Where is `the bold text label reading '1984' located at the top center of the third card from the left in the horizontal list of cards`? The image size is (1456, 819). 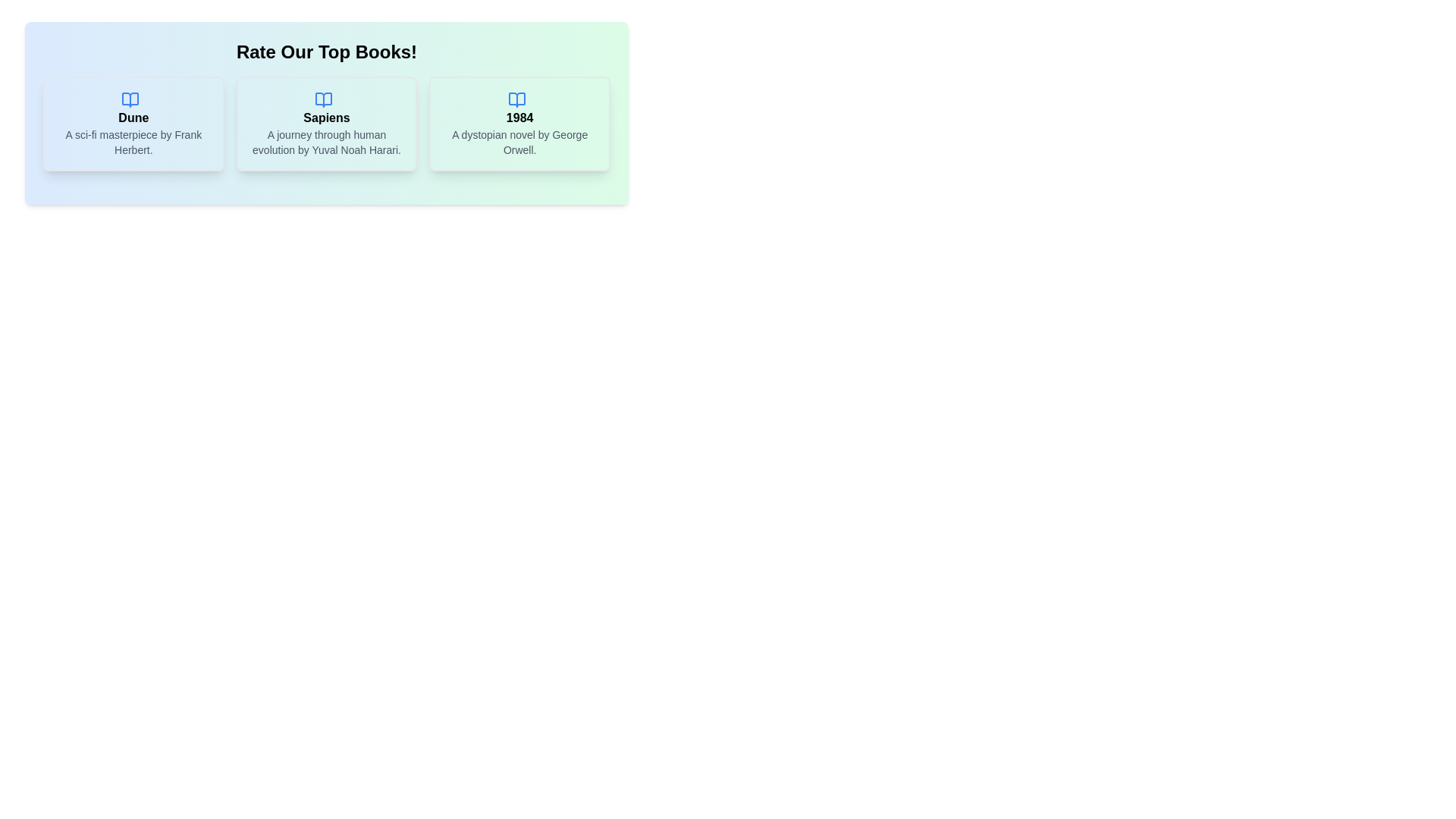
the bold text label reading '1984' located at the top center of the third card from the left in the horizontal list of cards is located at coordinates (519, 117).